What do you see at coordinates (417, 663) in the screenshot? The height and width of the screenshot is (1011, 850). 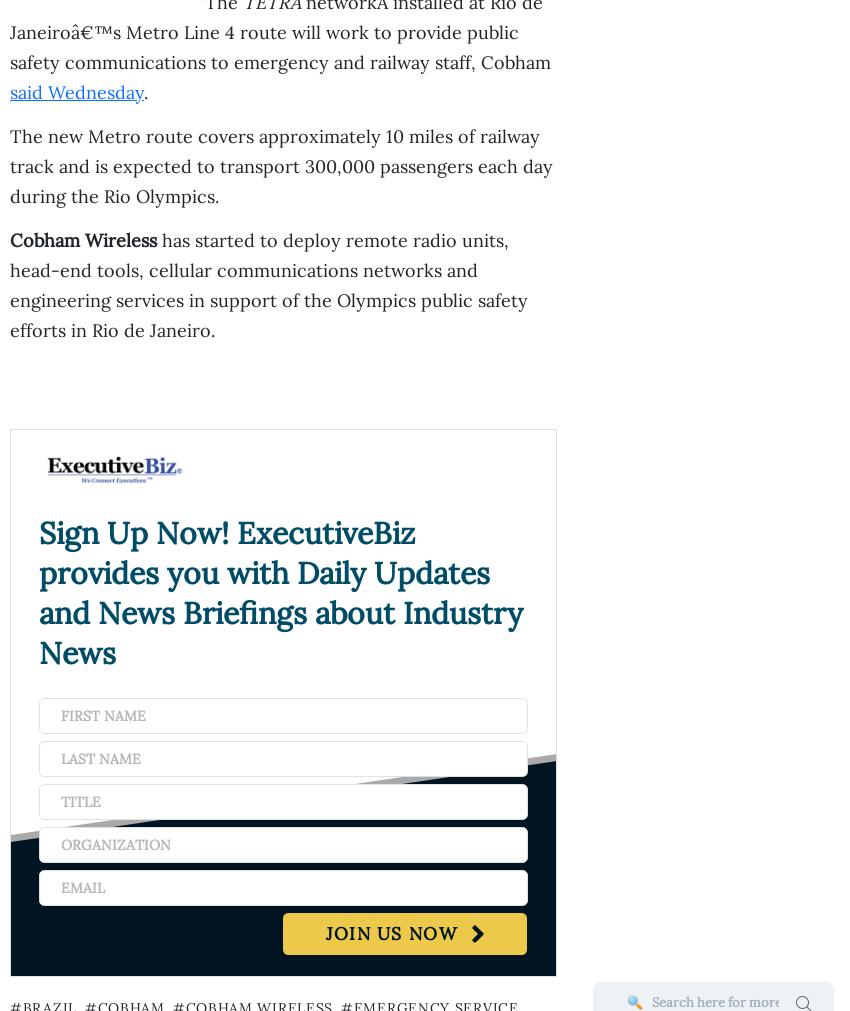 I see `'© 2022 Copyrights Executive Mosaic - All Rights Reserved'` at bounding box center [417, 663].